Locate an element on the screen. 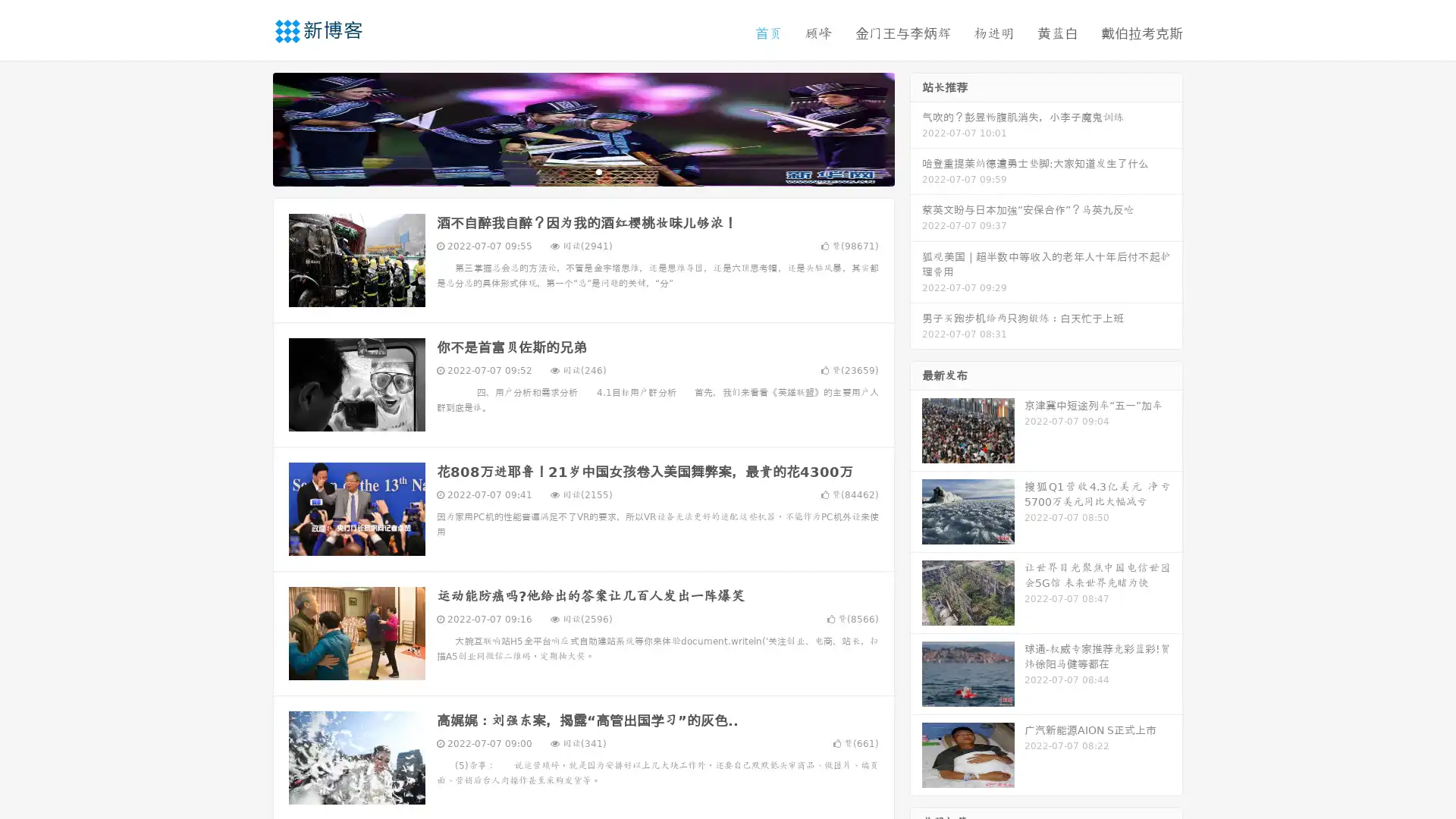 This screenshot has height=819, width=1456. Next slide is located at coordinates (916, 127).